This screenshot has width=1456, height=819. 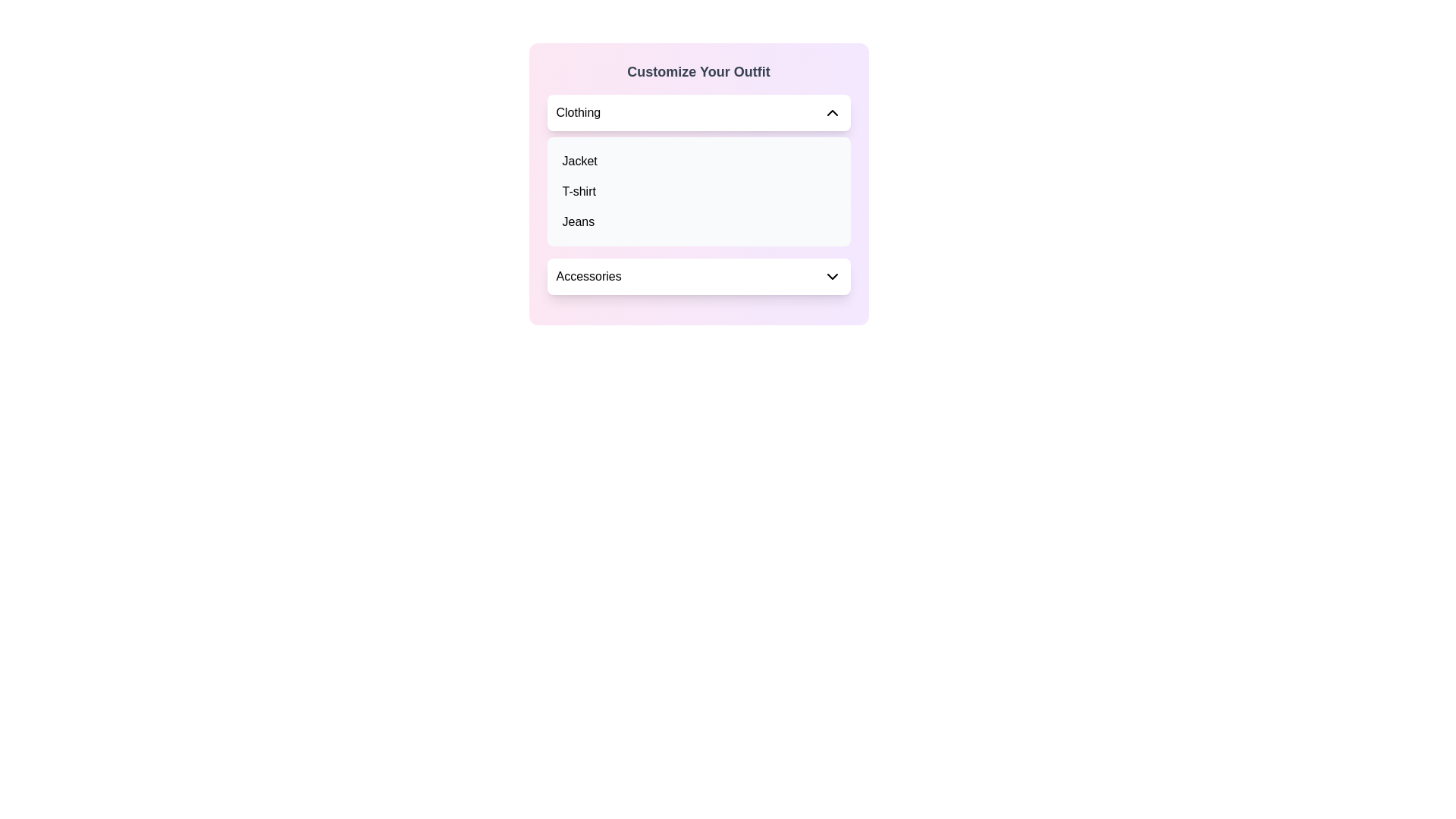 I want to click on to select the 'Jacket' item from the second item of the 'Clothing' dropdown list, so click(x=579, y=161).